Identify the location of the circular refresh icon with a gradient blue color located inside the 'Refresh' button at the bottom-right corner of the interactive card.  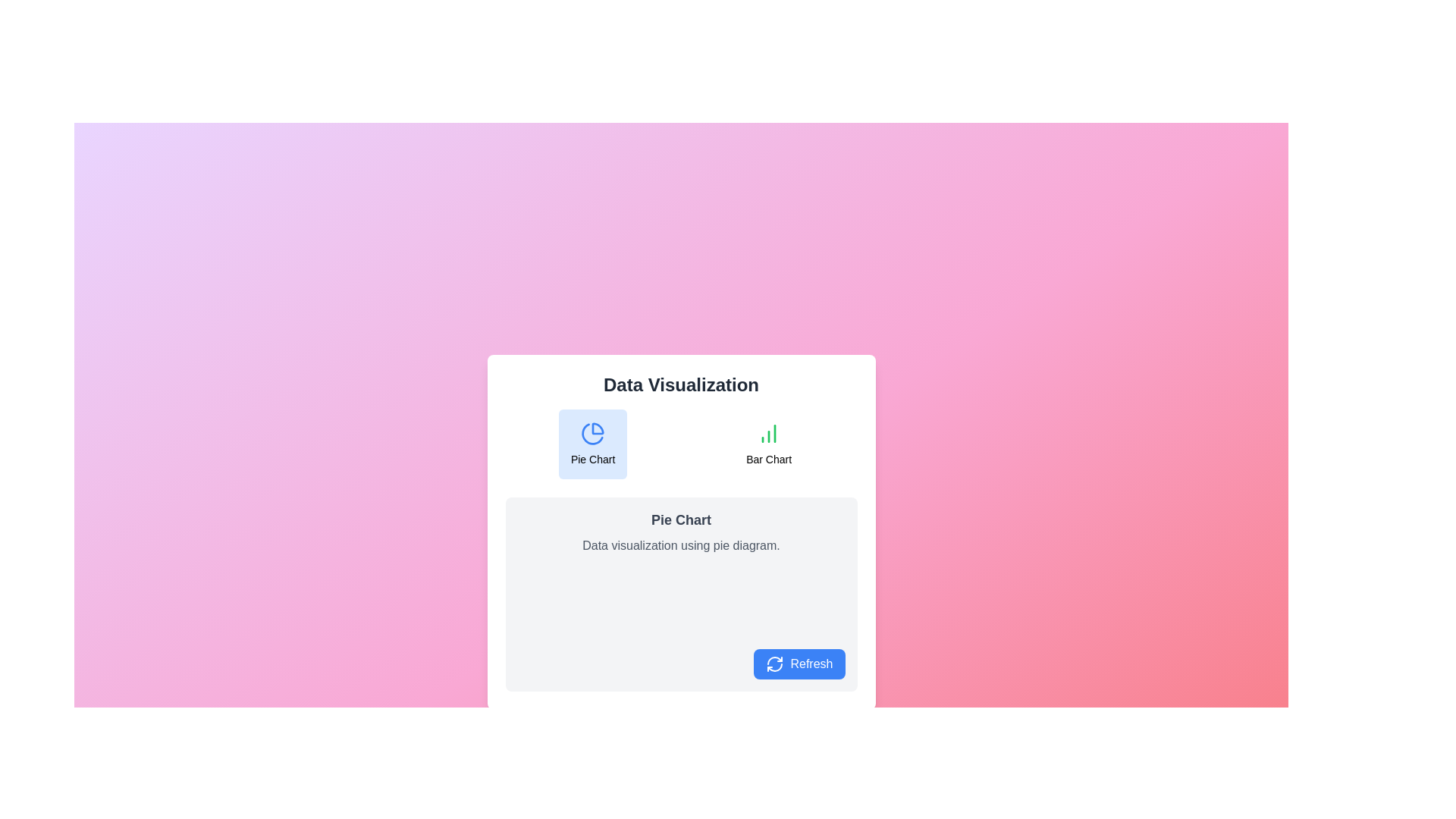
(775, 663).